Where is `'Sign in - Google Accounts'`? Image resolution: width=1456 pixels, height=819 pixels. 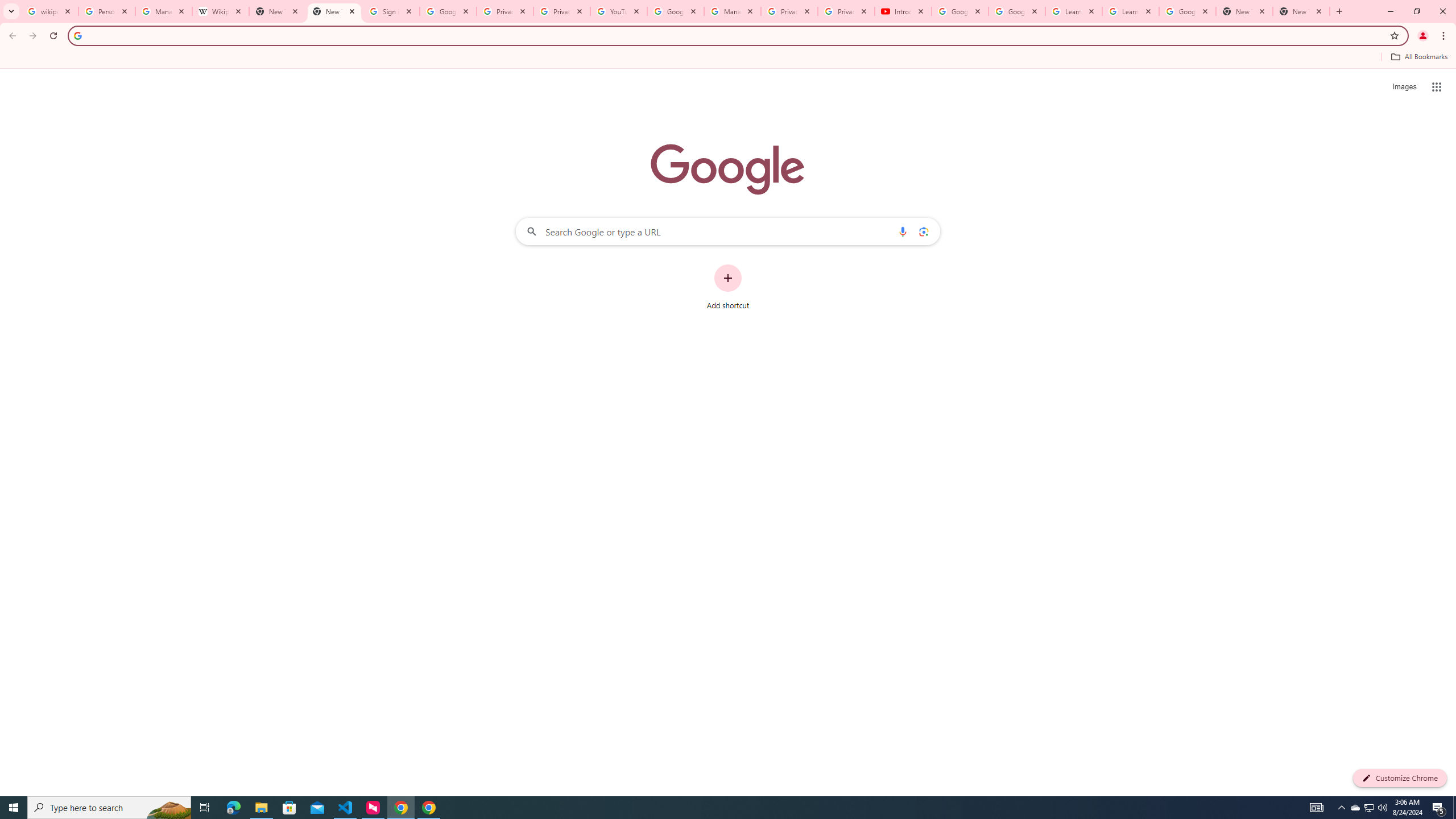 'Sign in - Google Accounts' is located at coordinates (391, 11).